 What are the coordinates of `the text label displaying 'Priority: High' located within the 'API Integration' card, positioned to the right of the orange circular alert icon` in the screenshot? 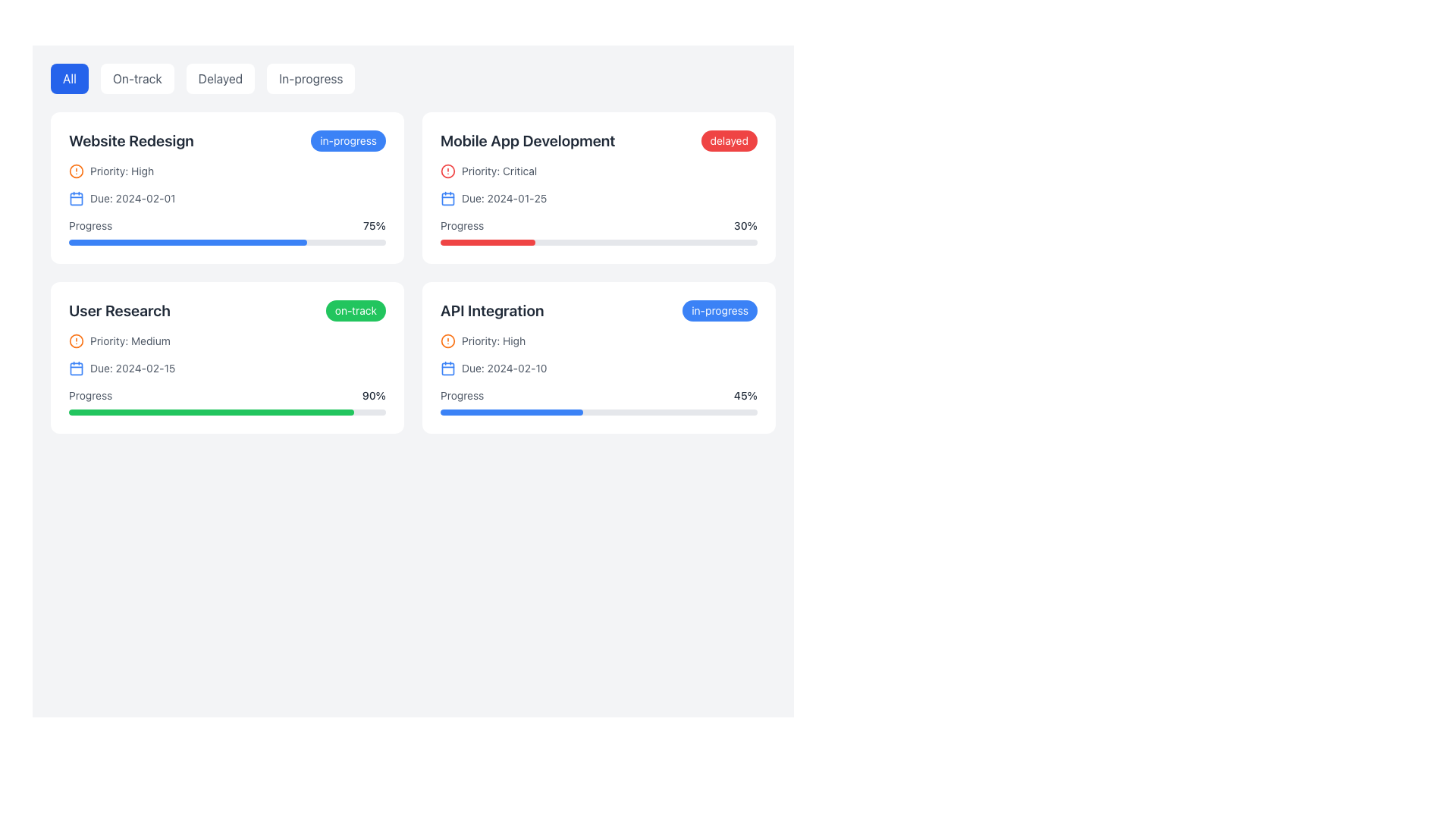 It's located at (494, 341).